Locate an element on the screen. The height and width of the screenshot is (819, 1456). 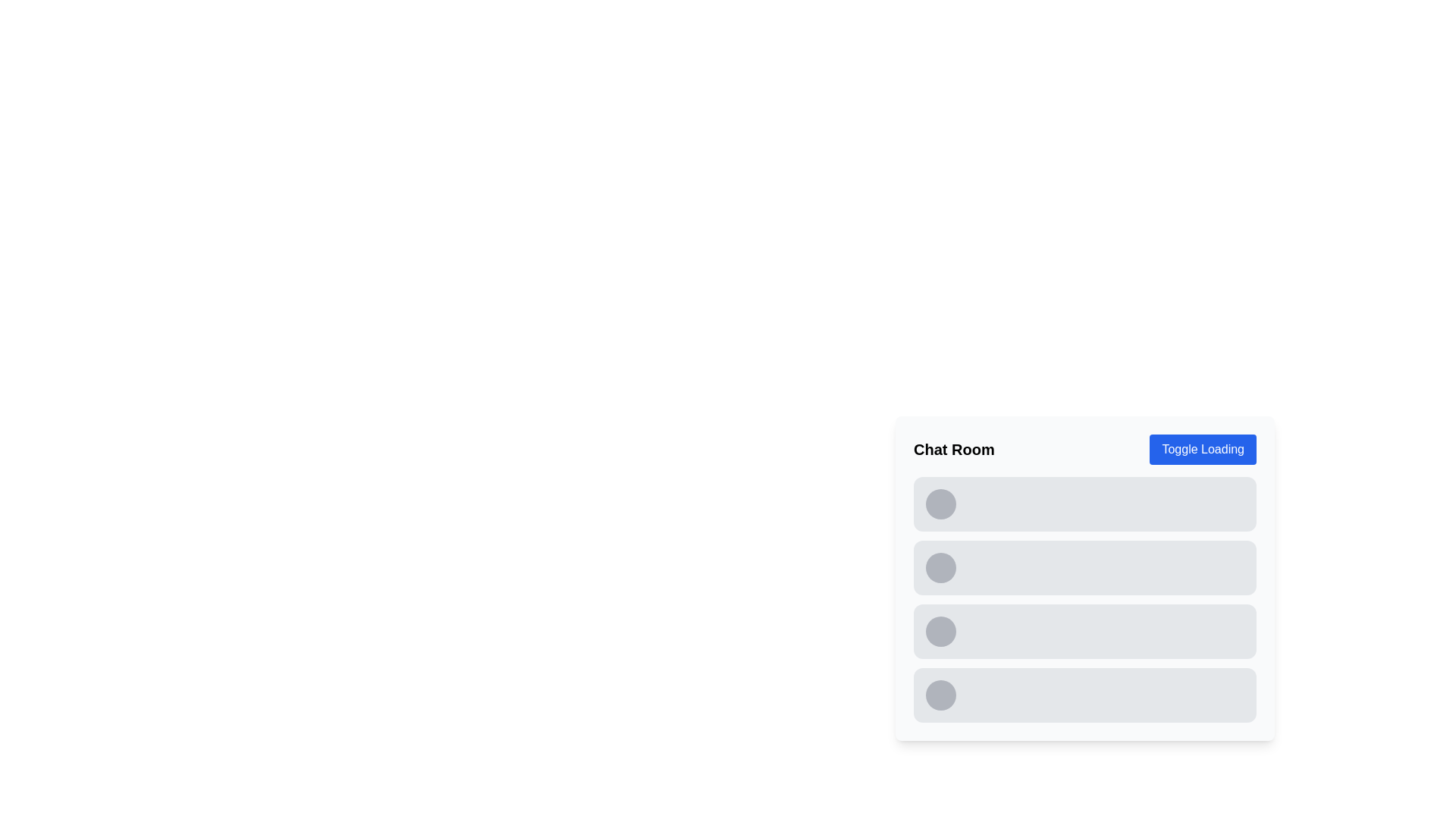
the second item in the vertically stacked list of placeholders located in the center-right of the view is located at coordinates (1084, 567).